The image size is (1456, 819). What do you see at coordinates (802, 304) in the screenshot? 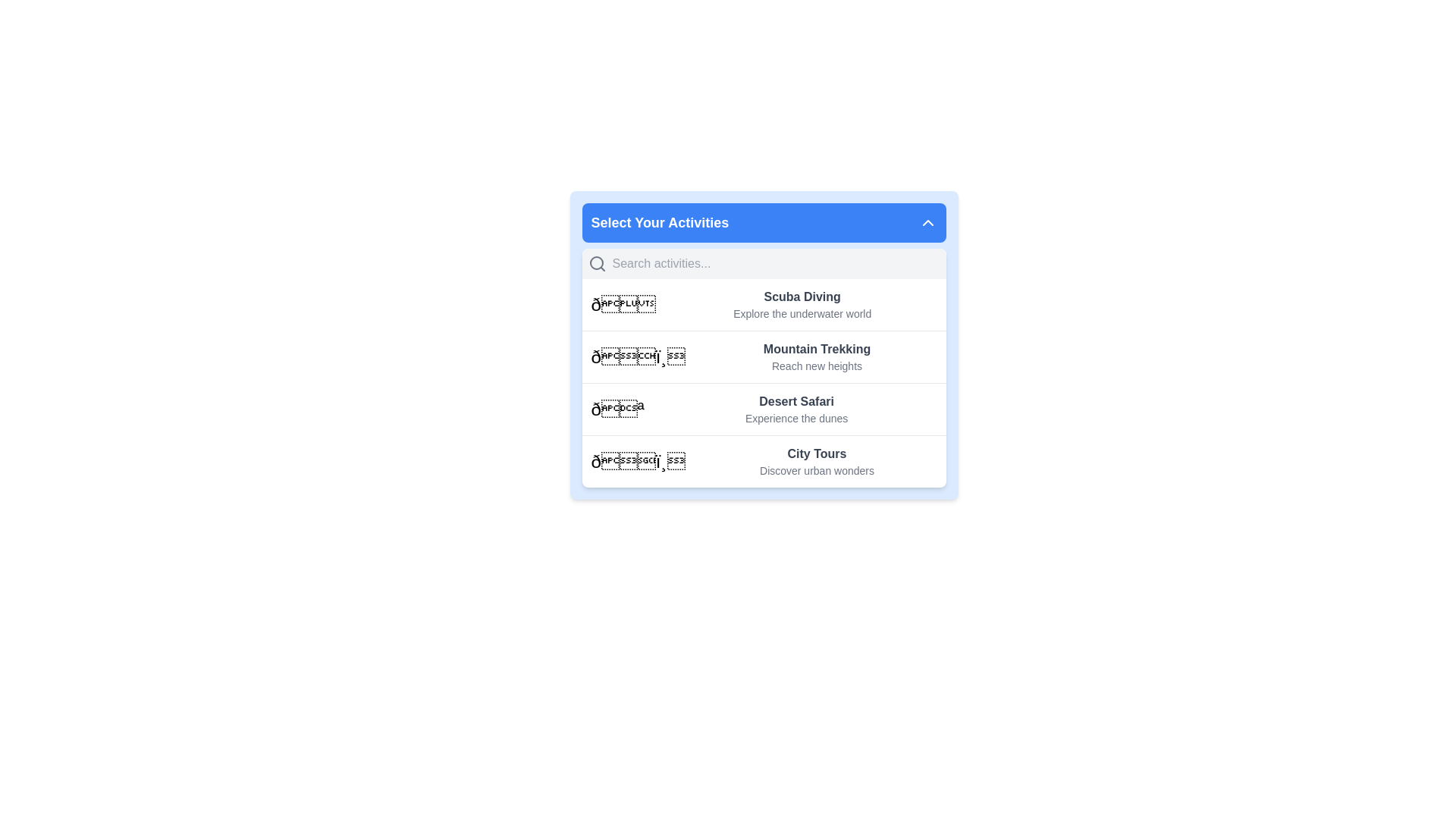
I see `the selectable option for scuba diving, which is the second item in the list below the title 'Select Your Activities'` at bounding box center [802, 304].